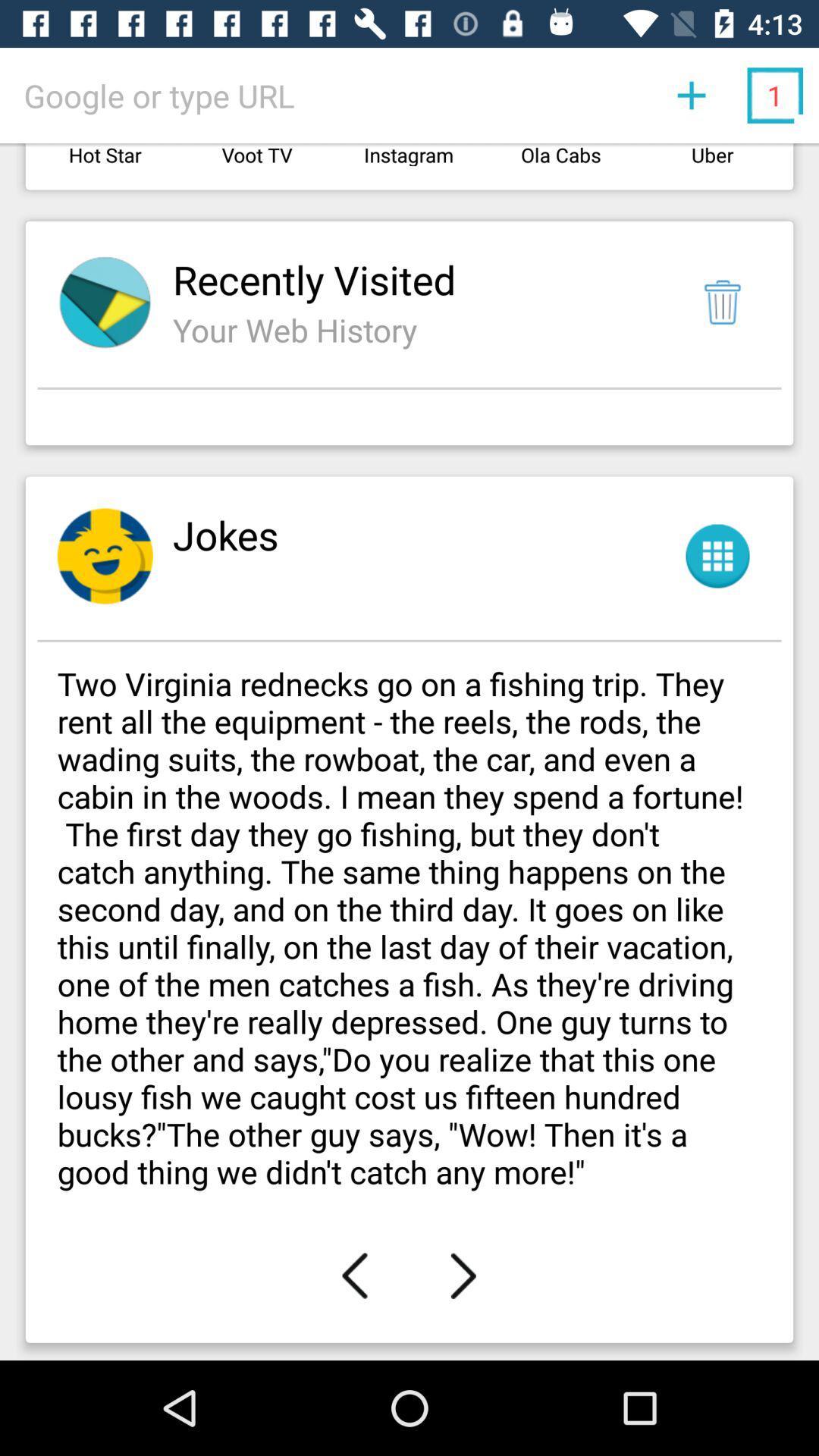 The image size is (819, 1456). I want to click on the icon below the two virginia rednecks app, so click(354, 1275).